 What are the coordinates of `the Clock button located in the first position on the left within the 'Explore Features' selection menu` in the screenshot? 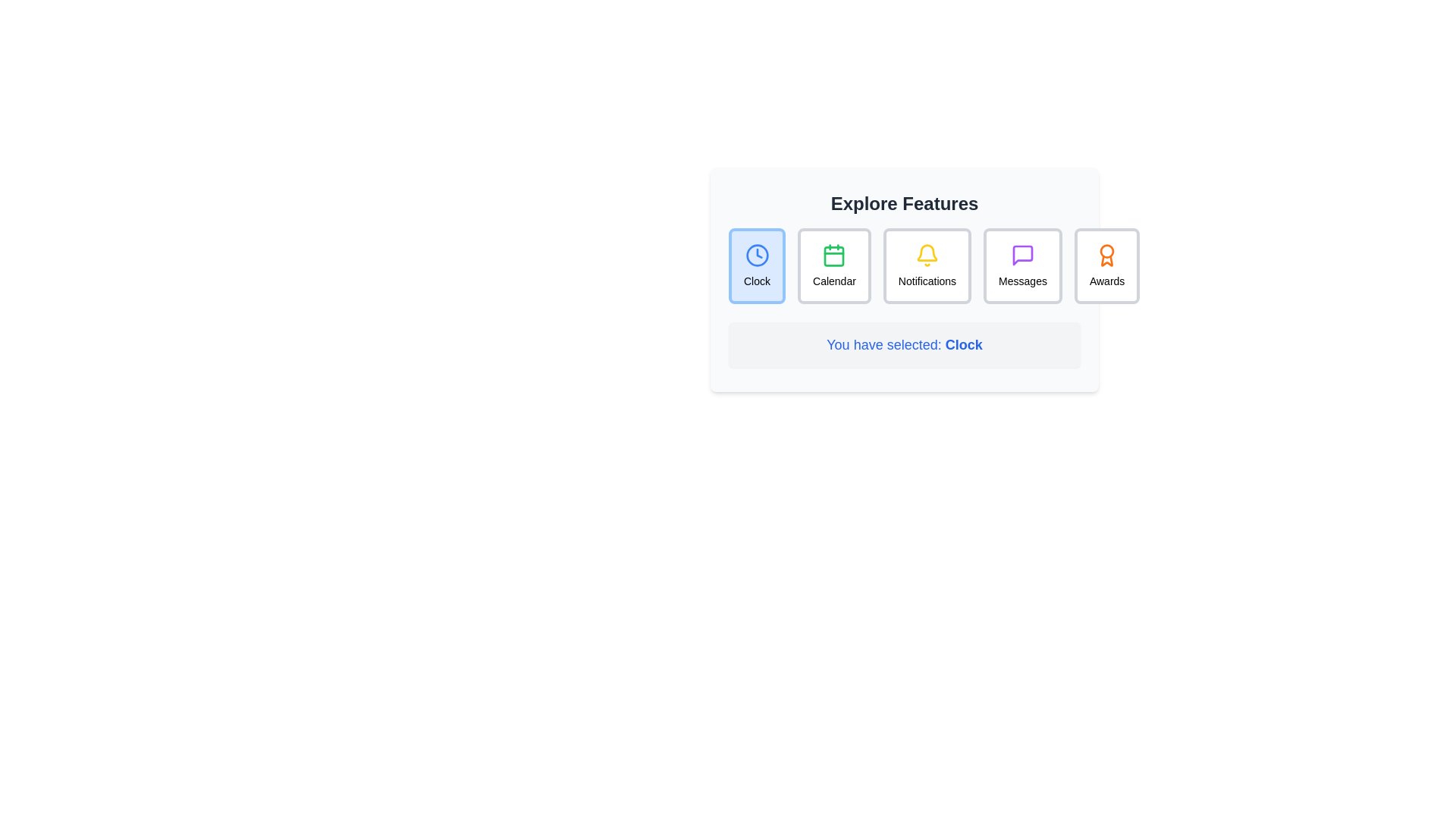 It's located at (757, 265).